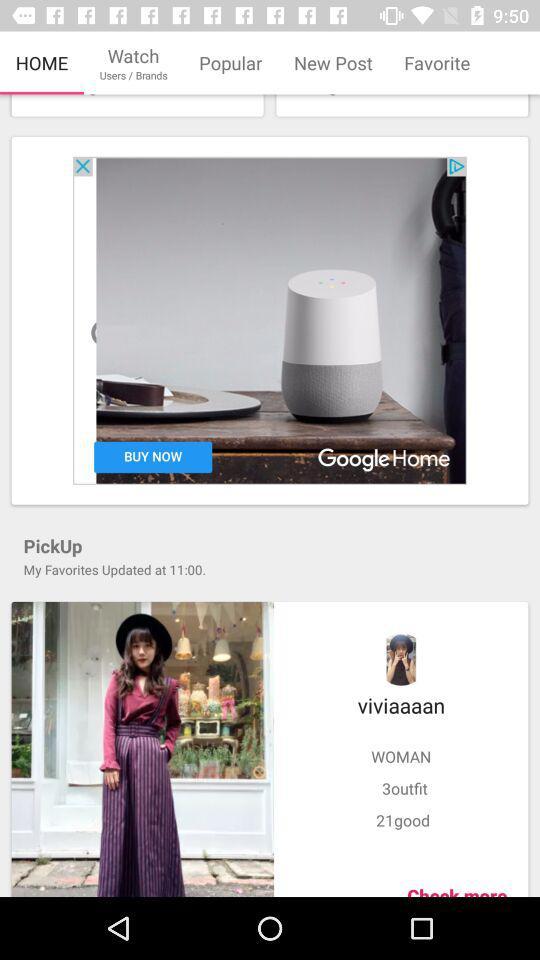 The height and width of the screenshot is (960, 540). Describe the element at coordinates (401, 658) in the screenshot. I see `the image which is above viviaaaan` at that location.